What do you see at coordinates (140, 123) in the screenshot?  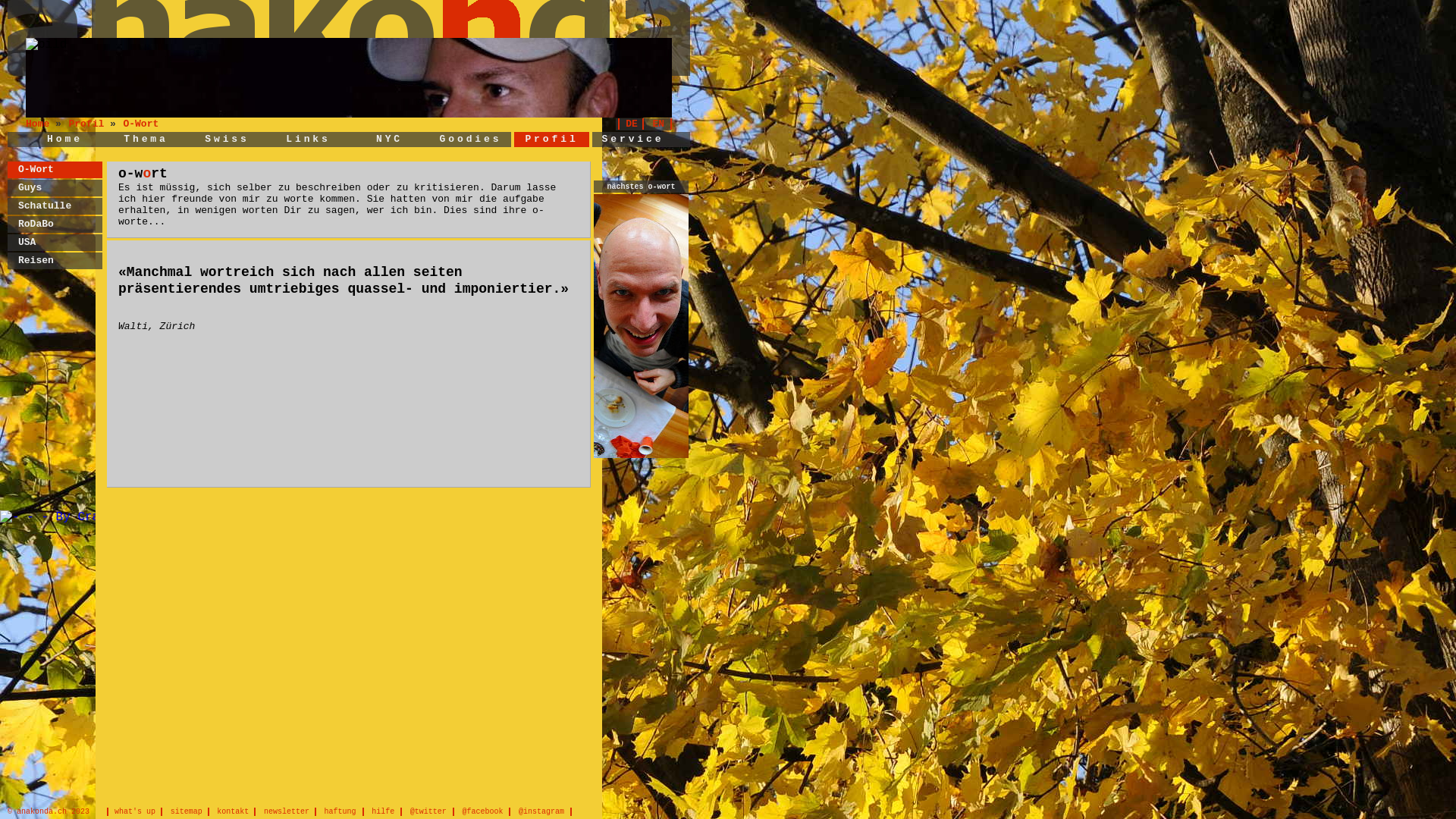 I see `'O-Wort'` at bounding box center [140, 123].